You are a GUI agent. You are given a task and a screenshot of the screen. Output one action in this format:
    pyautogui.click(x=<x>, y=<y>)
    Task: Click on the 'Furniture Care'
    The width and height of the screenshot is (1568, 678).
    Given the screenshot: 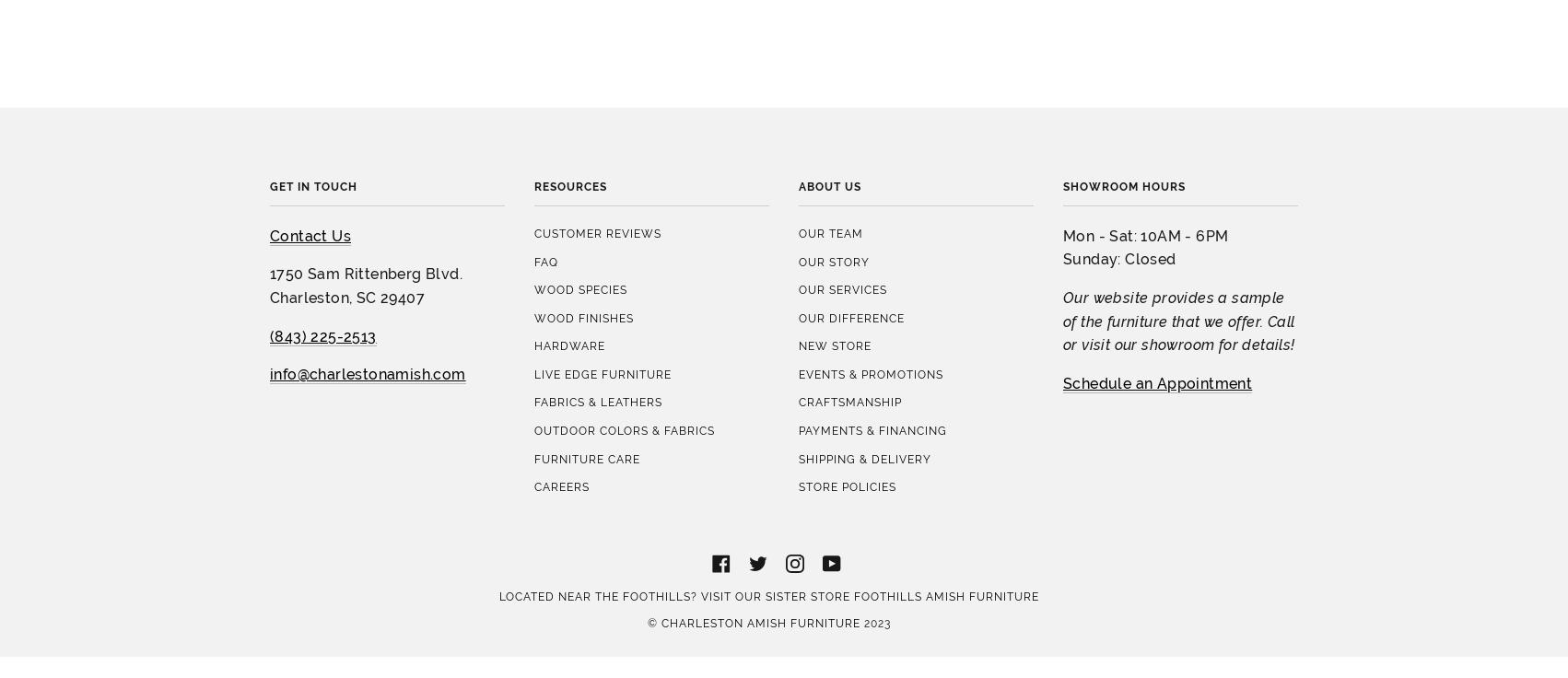 What is the action you would take?
    pyautogui.click(x=587, y=294)
    